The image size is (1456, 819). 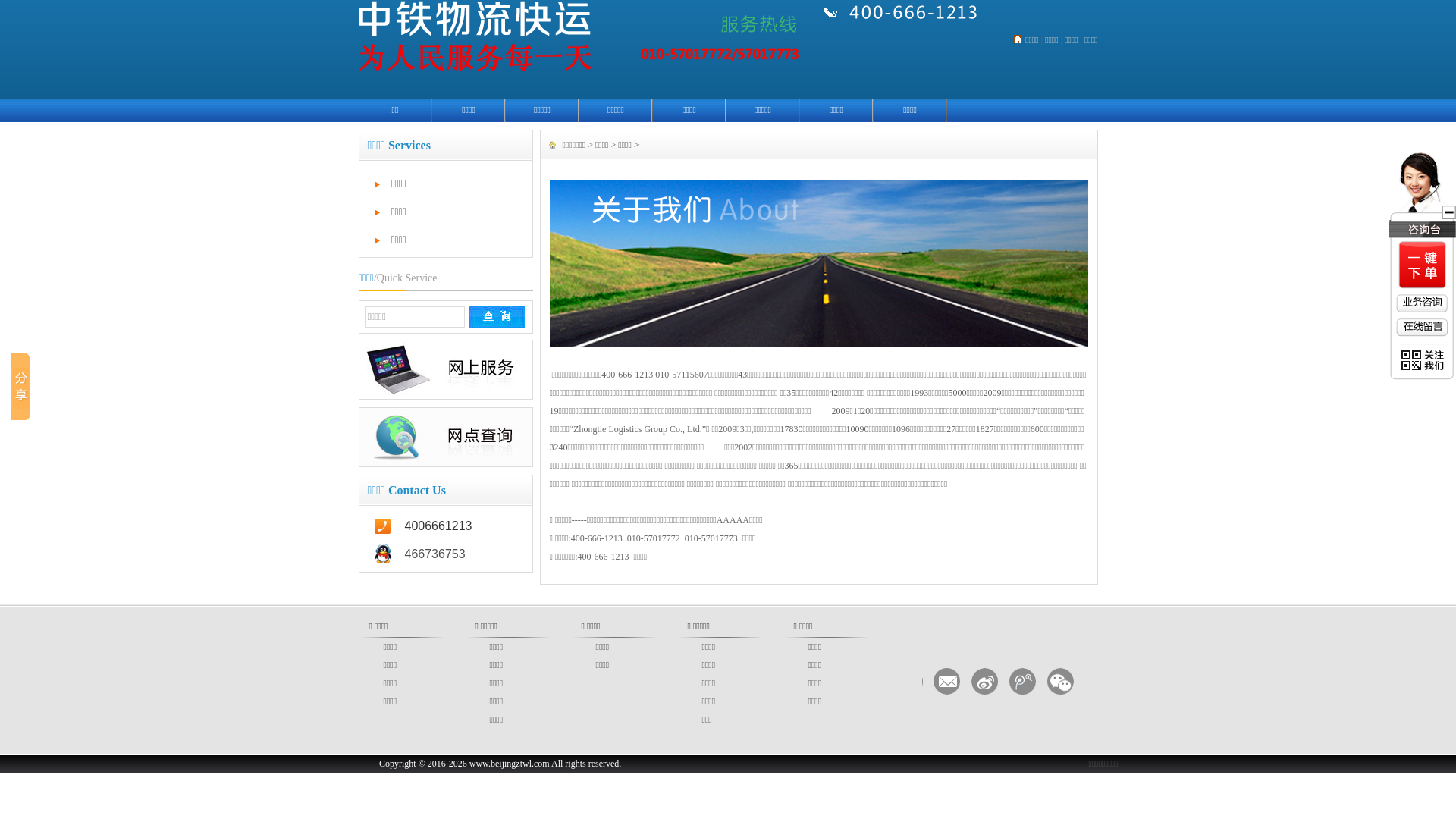 What do you see at coordinates (445, 554) in the screenshot?
I see `'466736753'` at bounding box center [445, 554].